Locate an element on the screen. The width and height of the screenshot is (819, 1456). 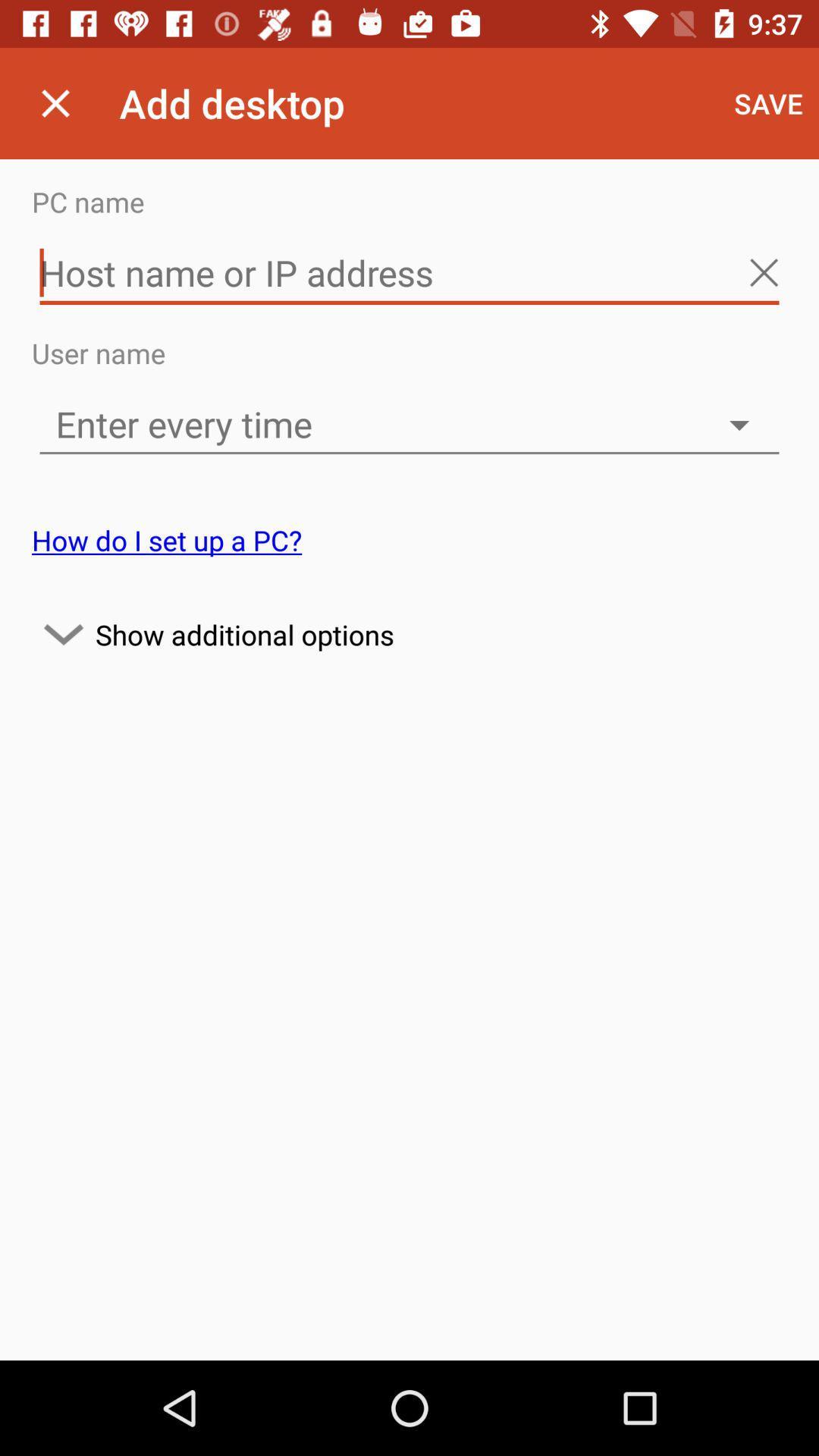
icon at the center is located at coordinates (409, 634).